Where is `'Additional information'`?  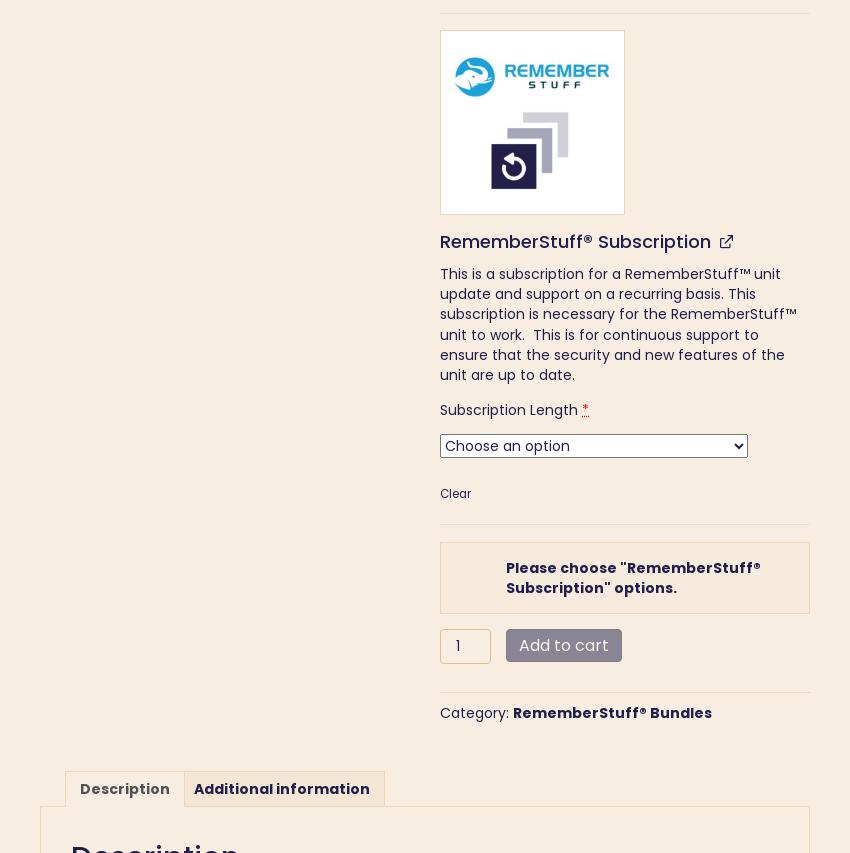 'Additional information' is located at coordinates (281, 788).